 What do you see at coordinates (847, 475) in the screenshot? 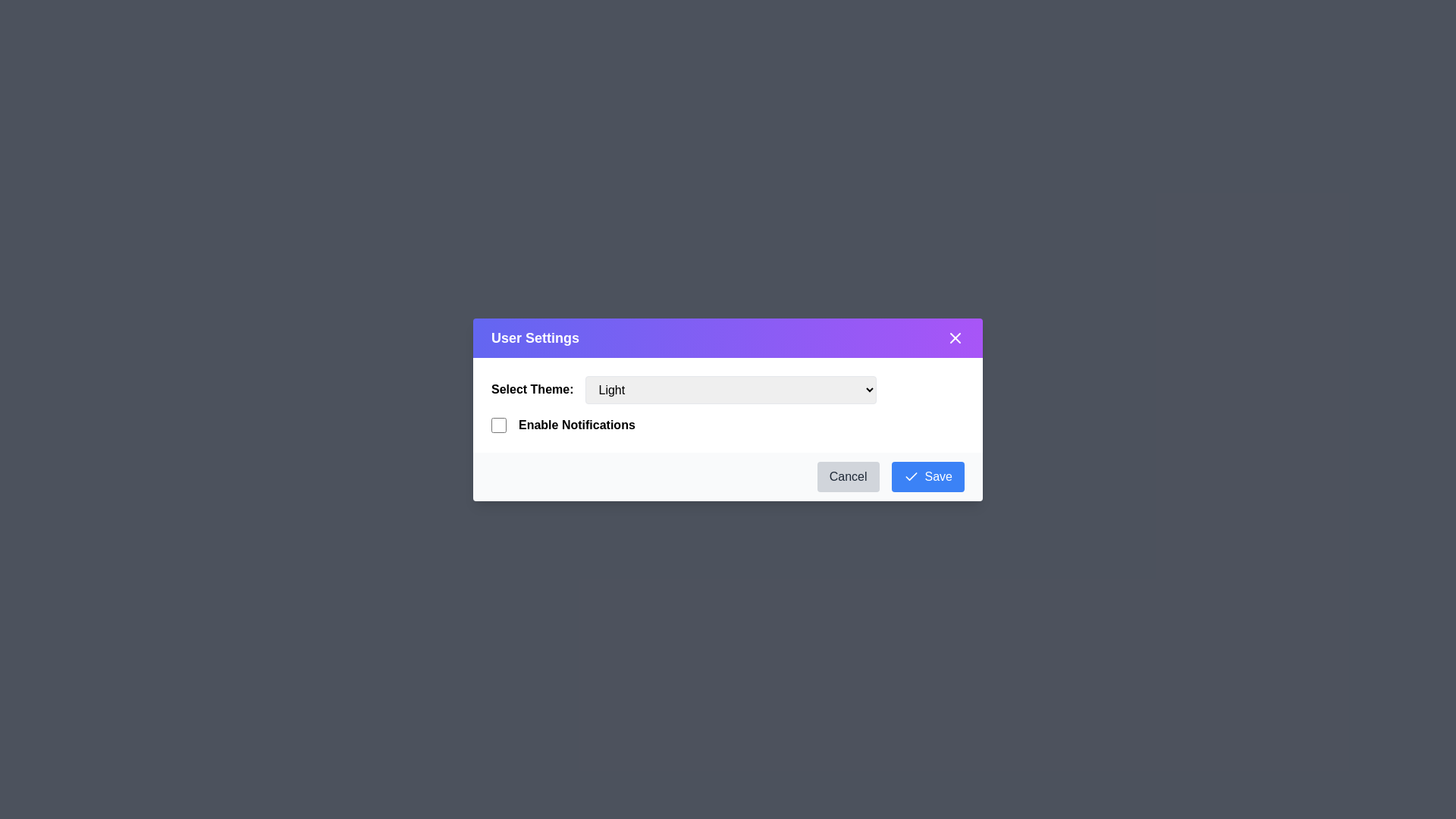
I see `the 'Cancel' button to close the dialog` at bounding box center [847, 475].